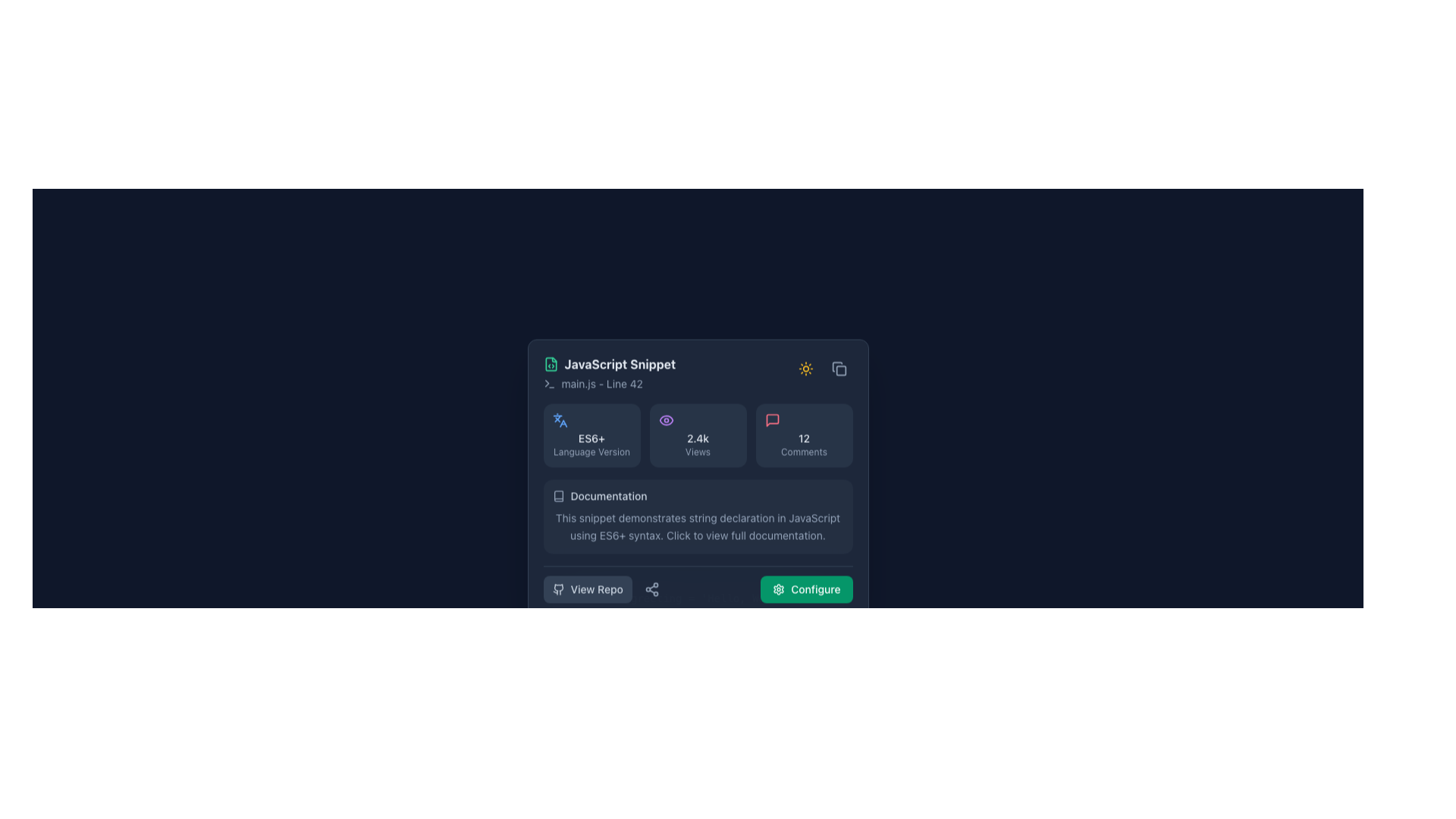 Image resolution: width=1456 pixels, height=819 pixels. Describe the element at coordinates (666, 420) in the screenshot. I see `the outer oval shape of the eye icon in the SVG graphic, which indicates visibility functionality` at that location.